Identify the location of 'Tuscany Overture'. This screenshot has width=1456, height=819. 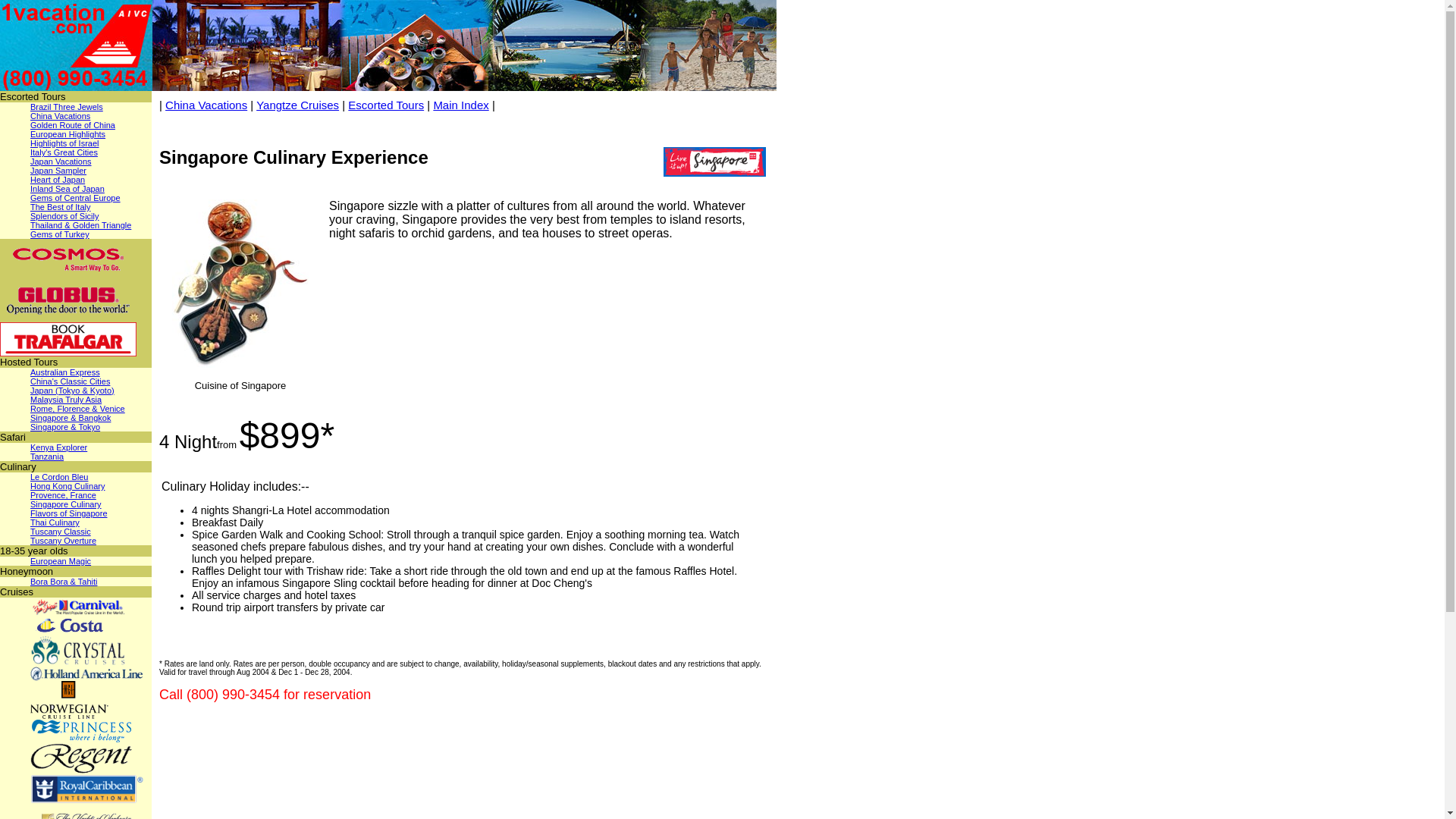
(30, 540).